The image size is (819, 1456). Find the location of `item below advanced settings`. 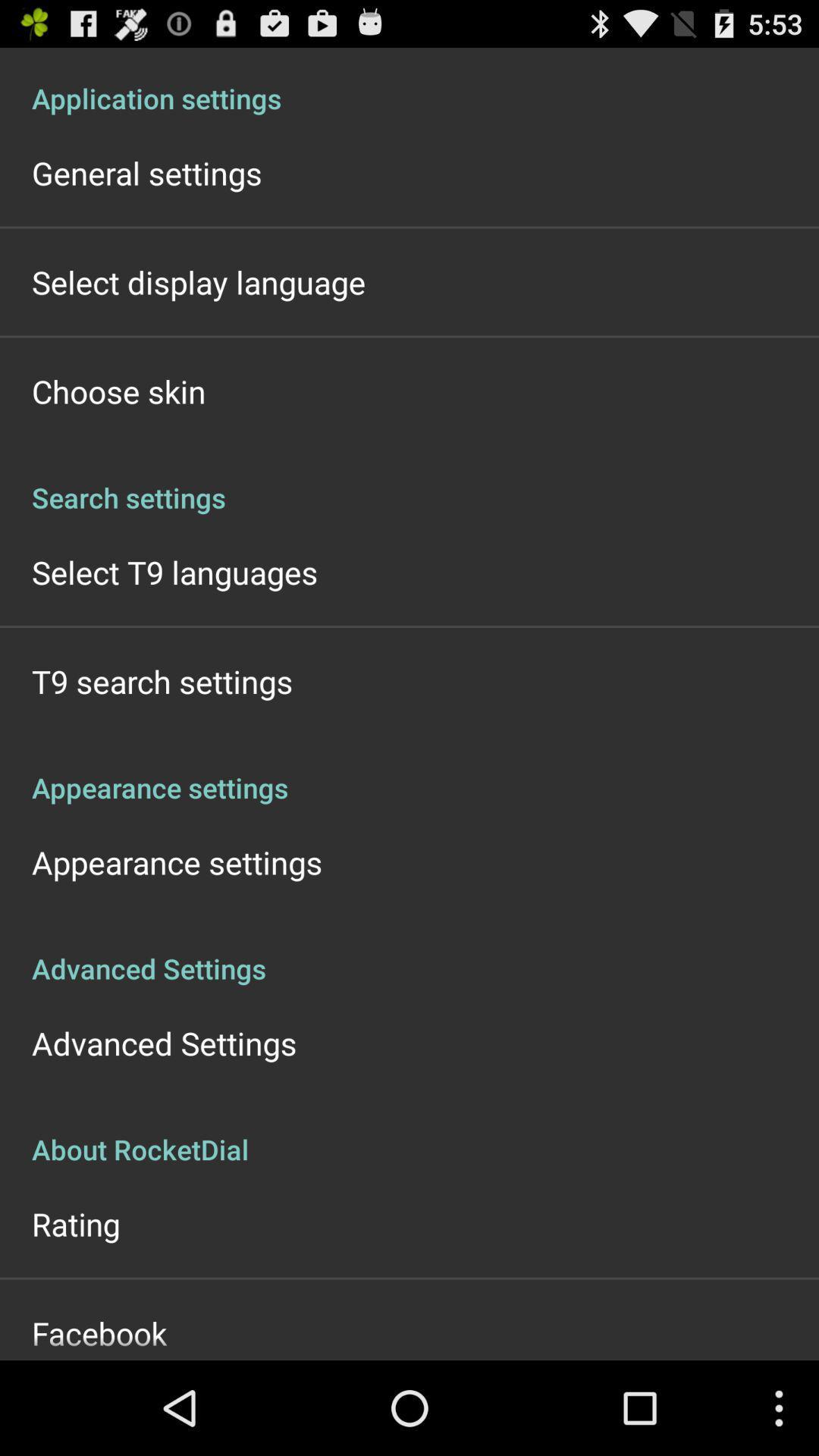

item below advanced settings is located at coordinates (409, 1133).